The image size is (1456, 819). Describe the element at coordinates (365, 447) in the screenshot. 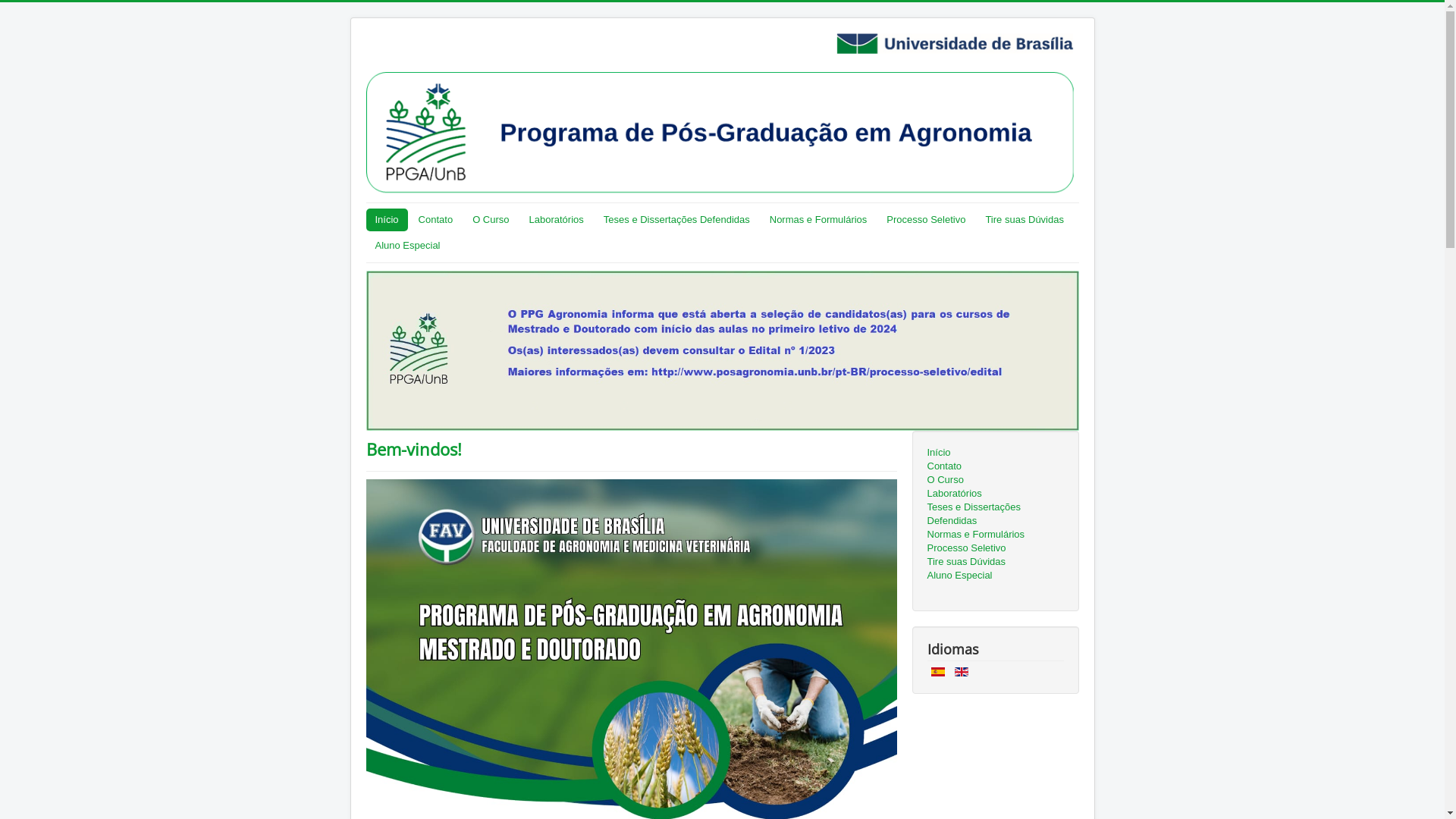

I see `'Bem-vindos!'` at that location.